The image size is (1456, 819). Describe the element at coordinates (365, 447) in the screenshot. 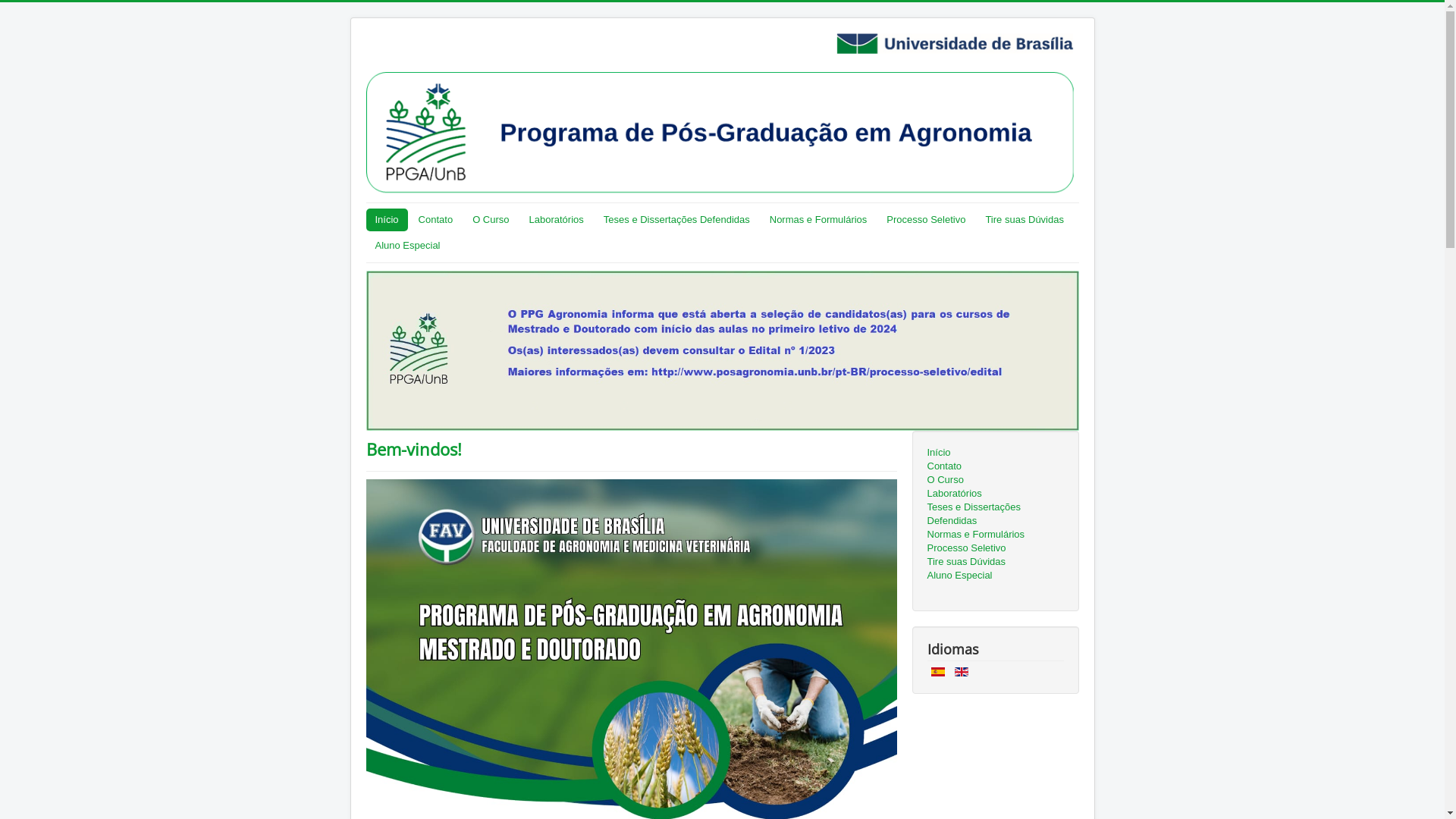

I see `'Bem-vindos!'` at that location.